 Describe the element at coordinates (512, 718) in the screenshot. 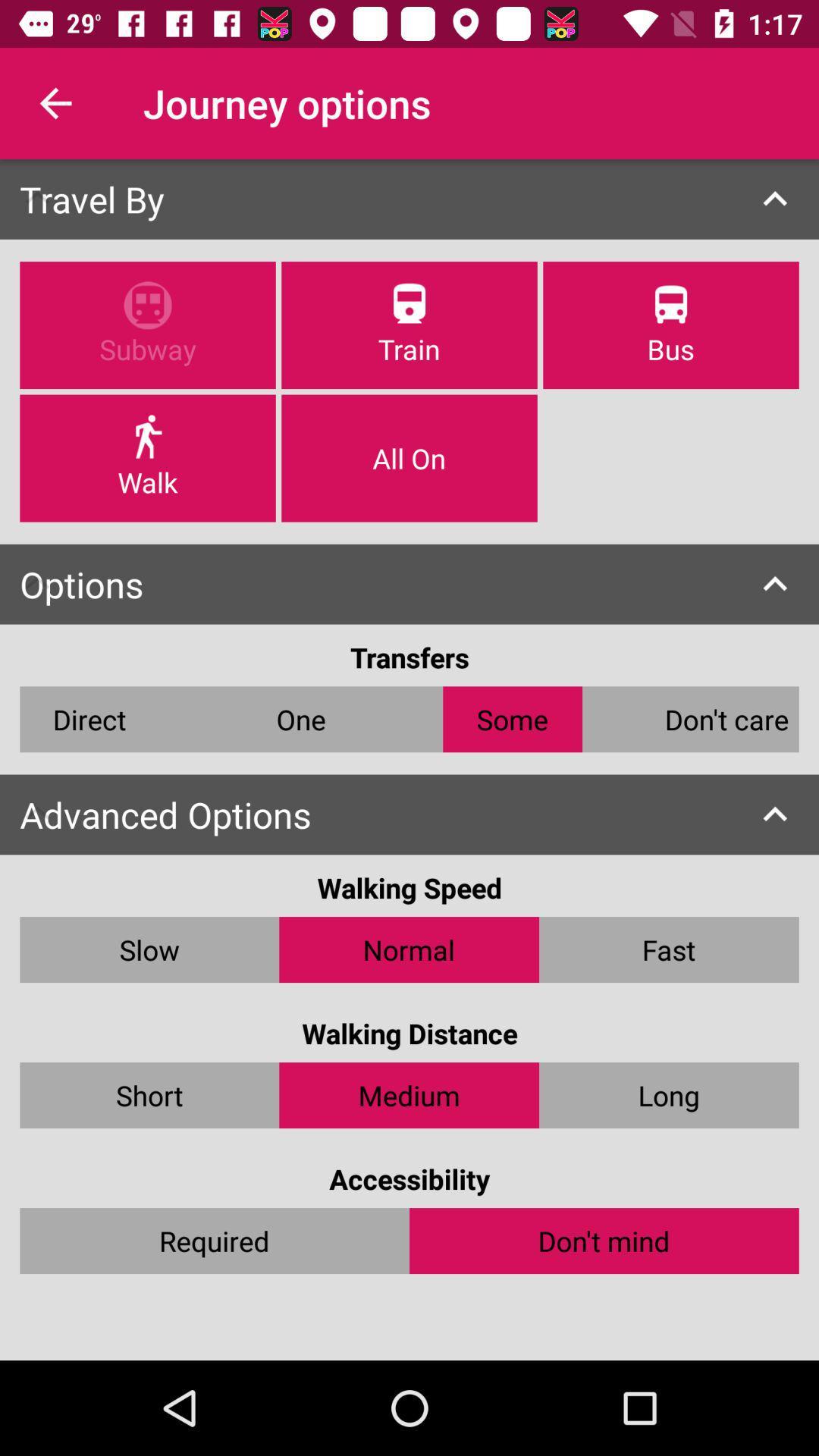

I see `some icon` at that location.